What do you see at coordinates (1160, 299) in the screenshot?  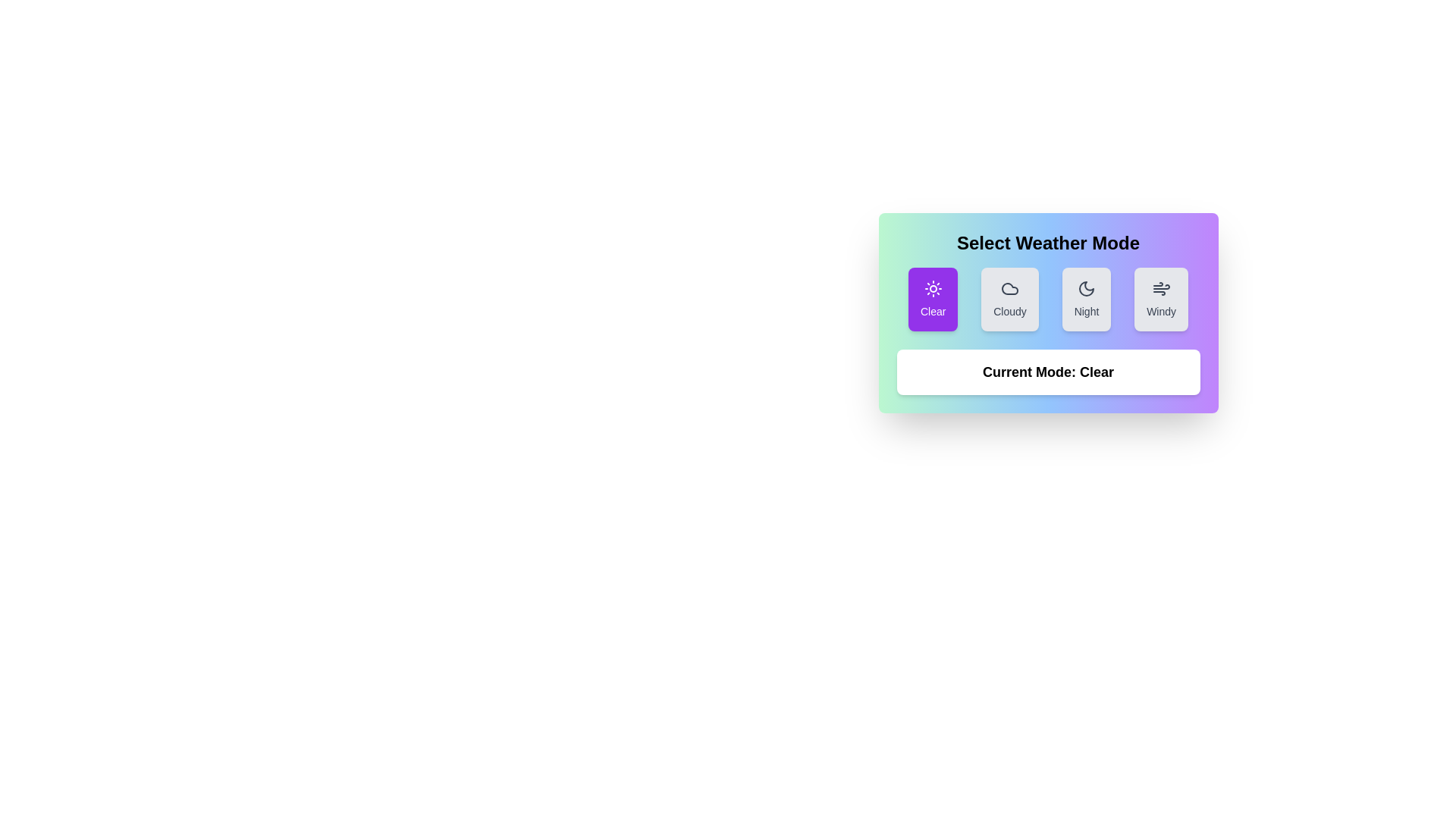 I see `the 'Windy' button, which is a rectangular button with rounded corners, featuring an icon of wind gusts and the label 'Windy' below it` at bounding box center [1160, 299].